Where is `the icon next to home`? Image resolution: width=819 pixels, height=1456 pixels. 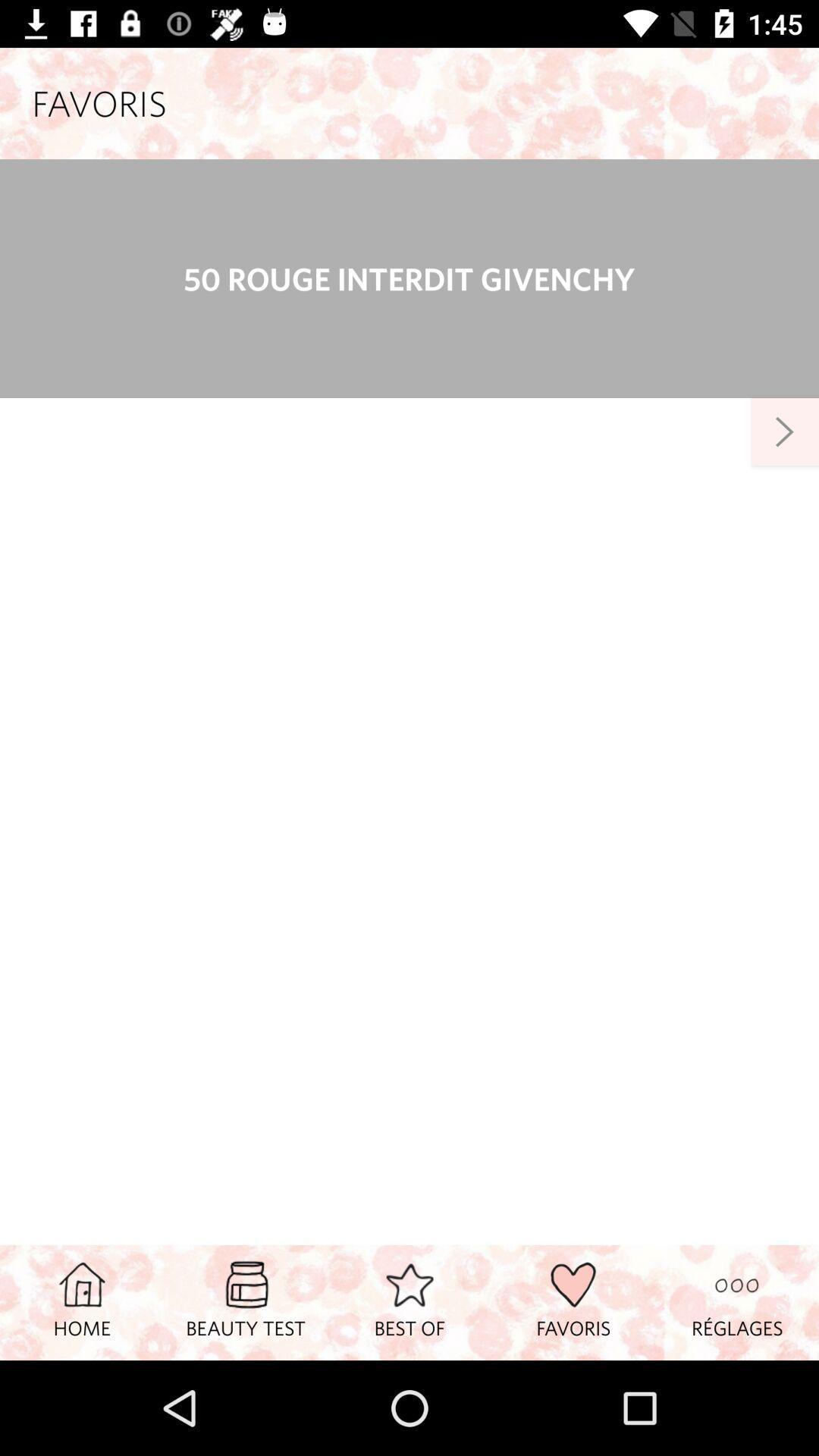 the icon next to home is located at coordinates (245, 1301).